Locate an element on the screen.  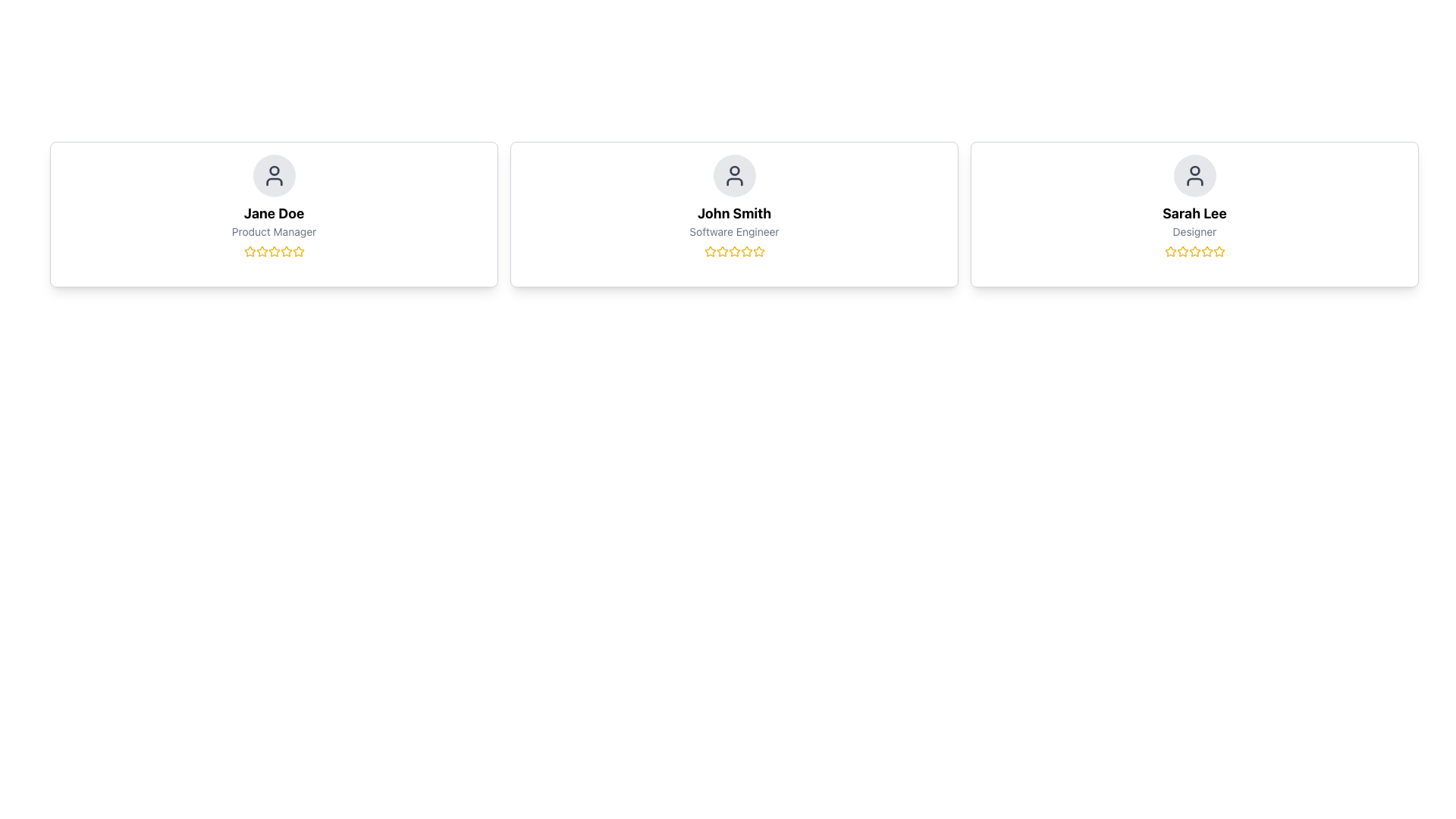
the second star icon in the 5-star rating system located beneath the 'Jane Doe' user card is located at coordinates (286, 250).